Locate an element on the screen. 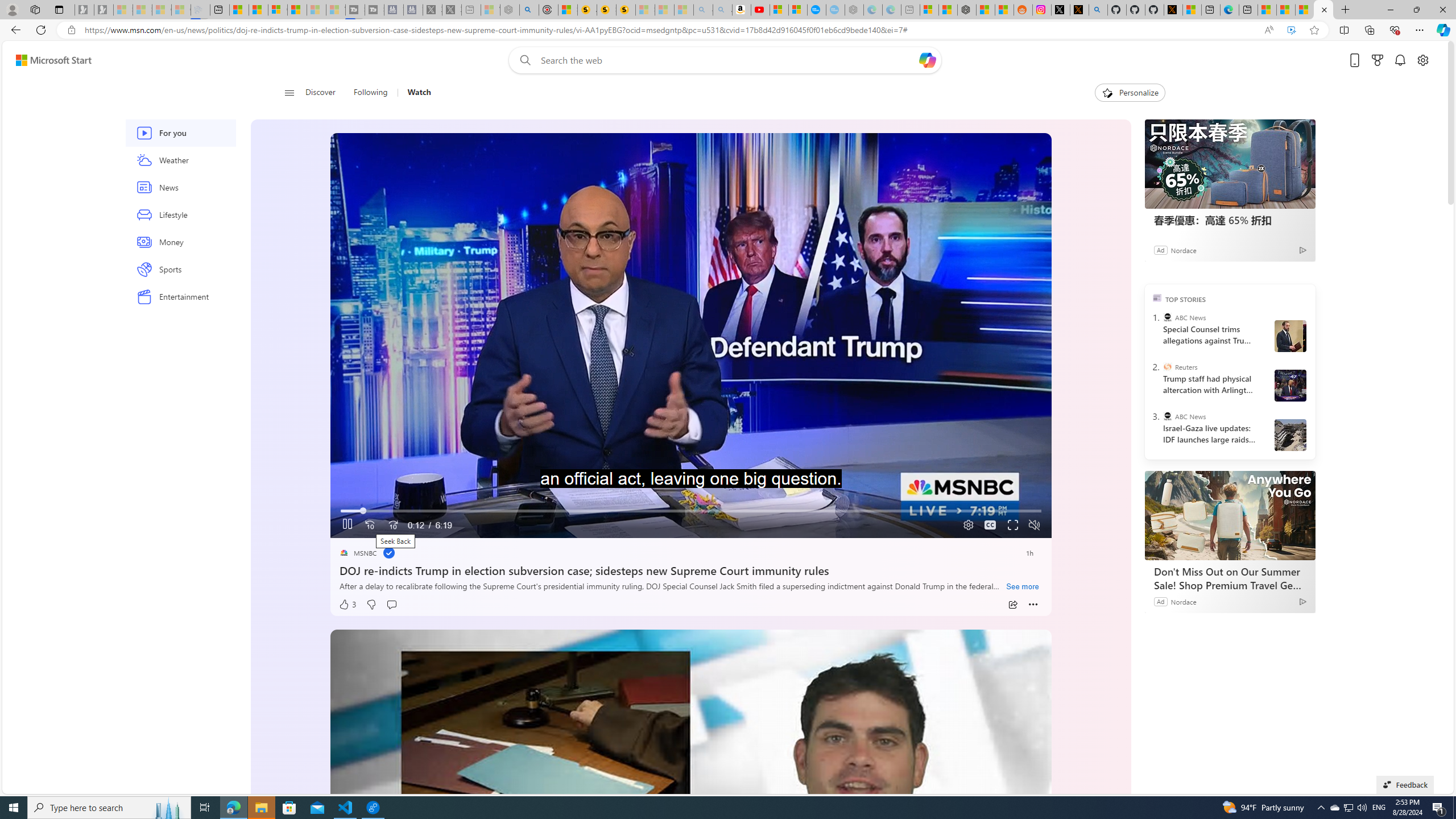  'amazon - Search - Sleeping' is located at coordinates (702, 9).